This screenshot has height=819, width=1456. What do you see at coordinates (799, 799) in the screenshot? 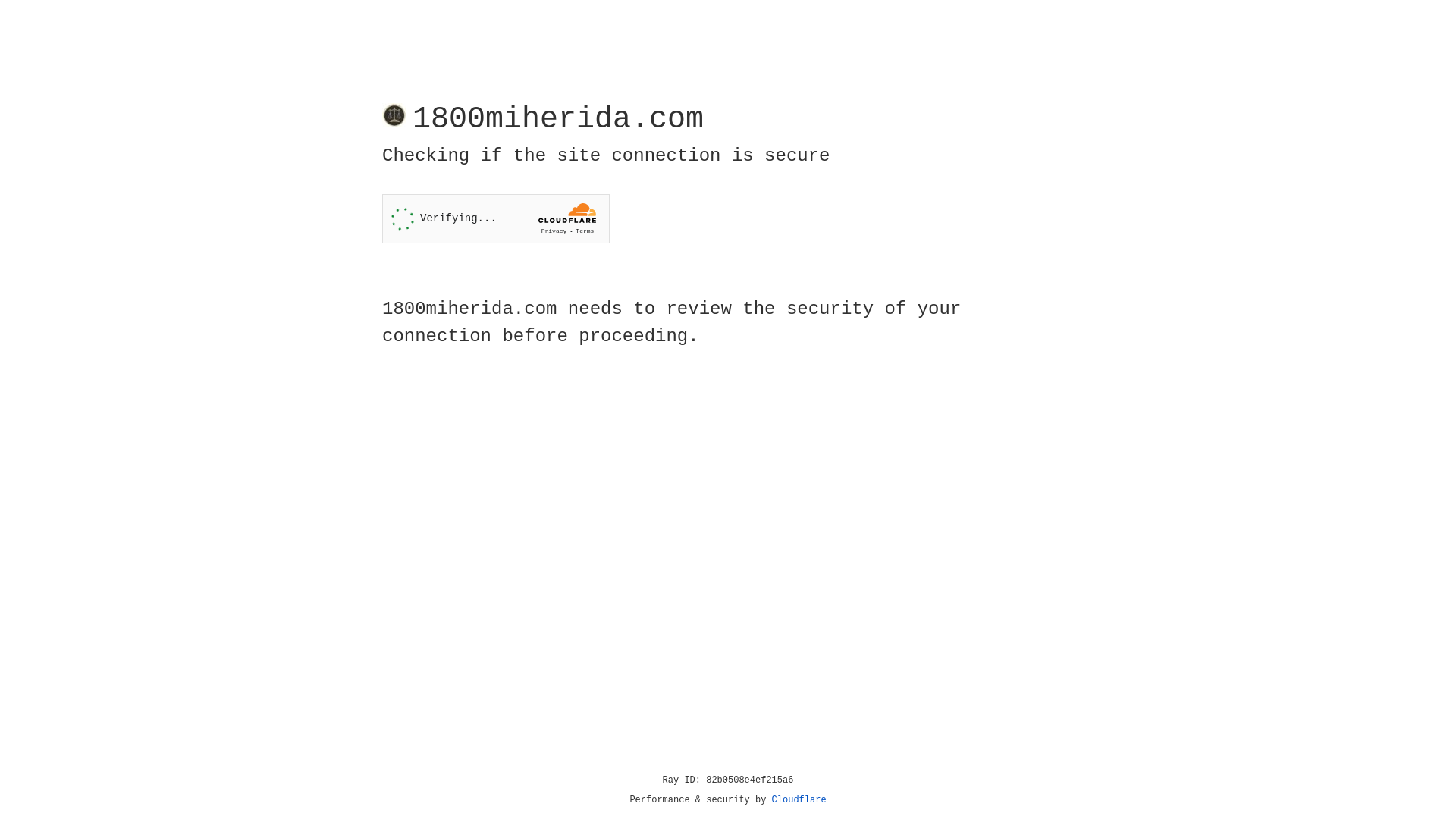
I see `'Cloudflare'` at bounding box center [799, 799].